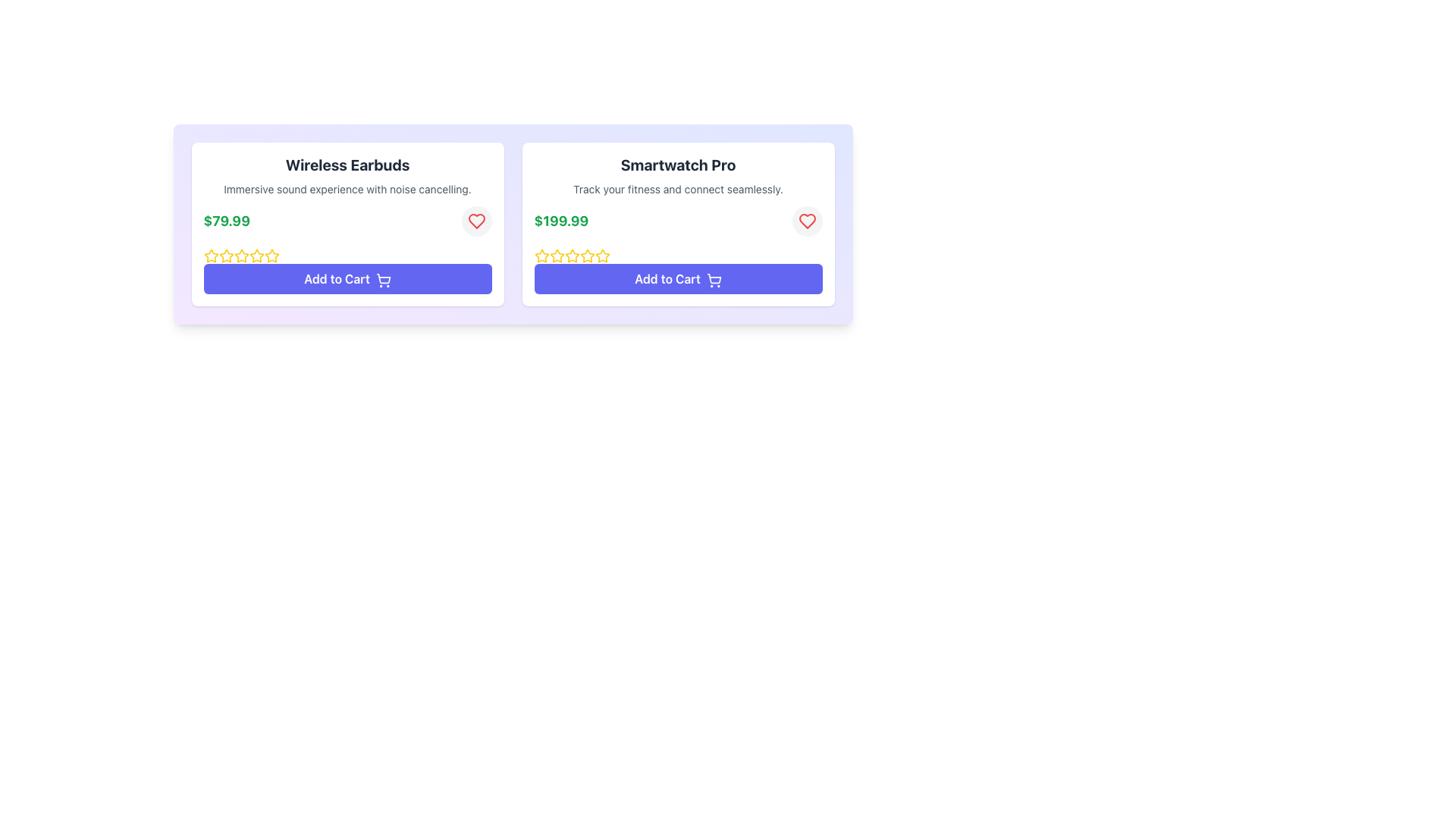 The image size is (1456, 819). Describe the element at coordinates (806, 221) in the screenshot. I see `the 'like' icon located in the top-right corner of the 'Smartwatch Pro' card` at that location.